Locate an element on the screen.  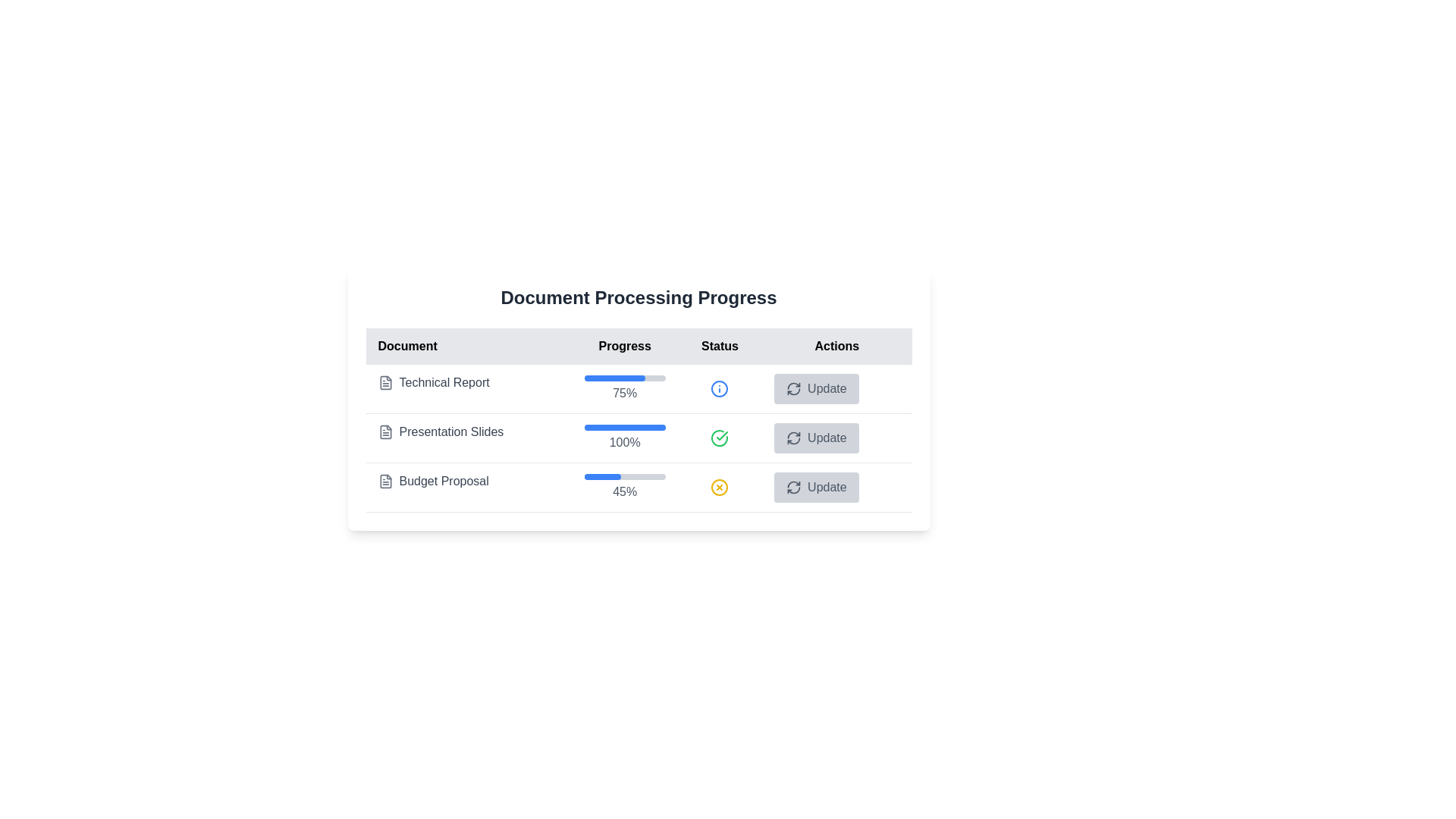
the update button for the 'Budget Proposal' document located in the 'Actions' column of the third row is located at coordinates (836, 488).